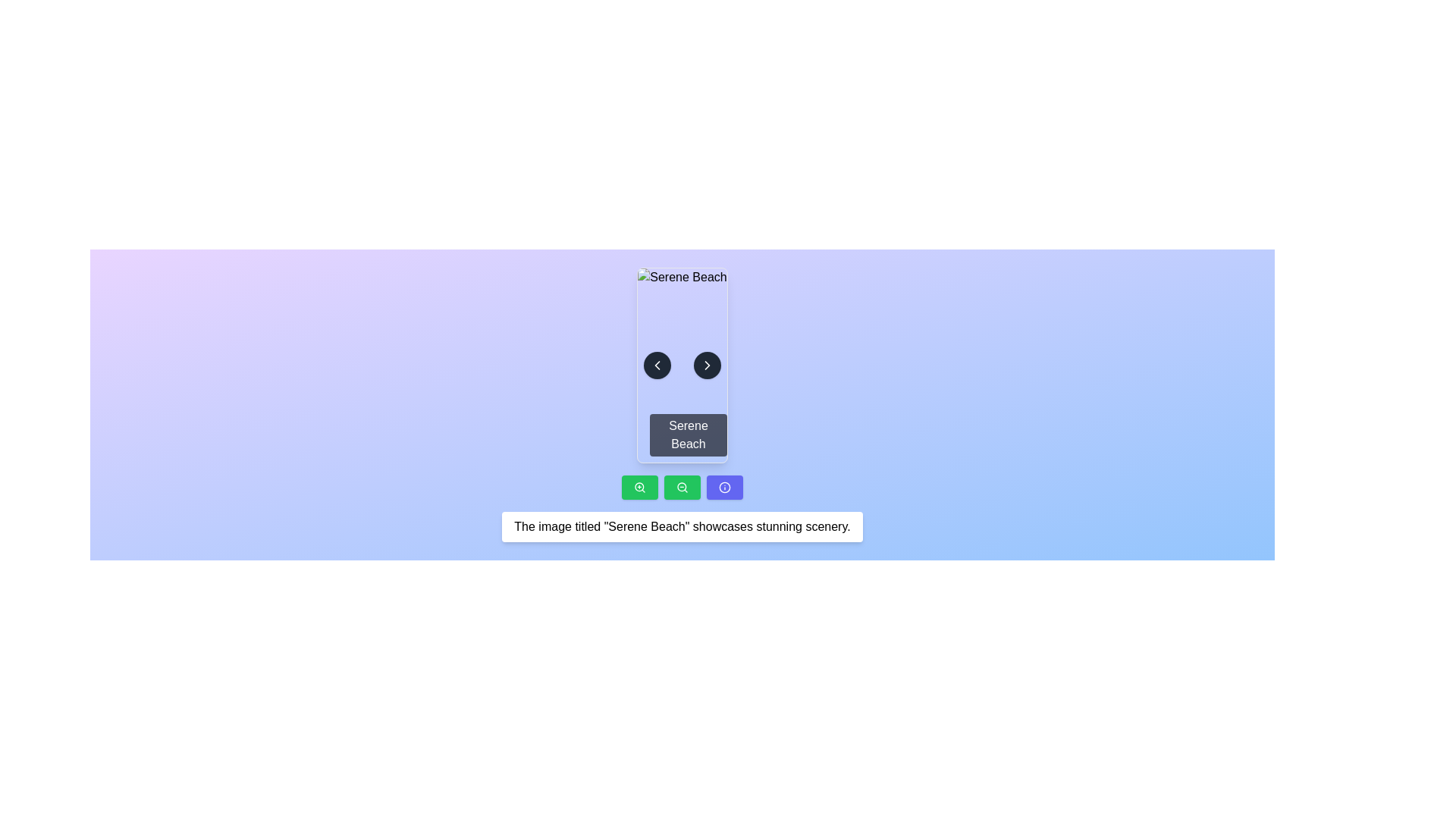  Describe the element at coordinates (657, 366) in the screenshot. I see `the left-pointing chevron icon within the circular button on the left side of the navigation control group` at that location.